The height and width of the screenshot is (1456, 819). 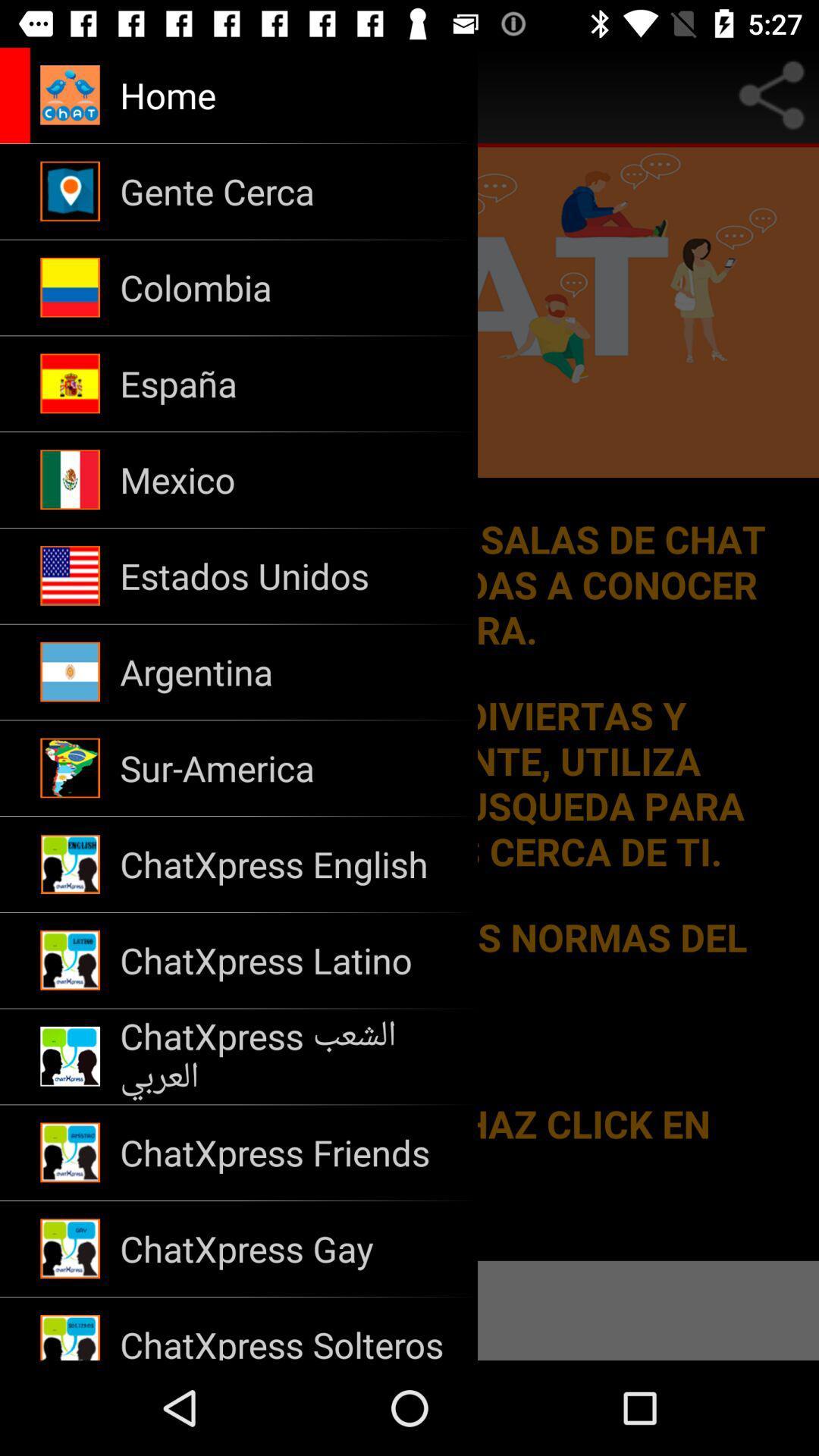 What do you see at coordinates (289, 575) in the screenshot?
I see `estados unidos icon` at bounding box center [289, 575].